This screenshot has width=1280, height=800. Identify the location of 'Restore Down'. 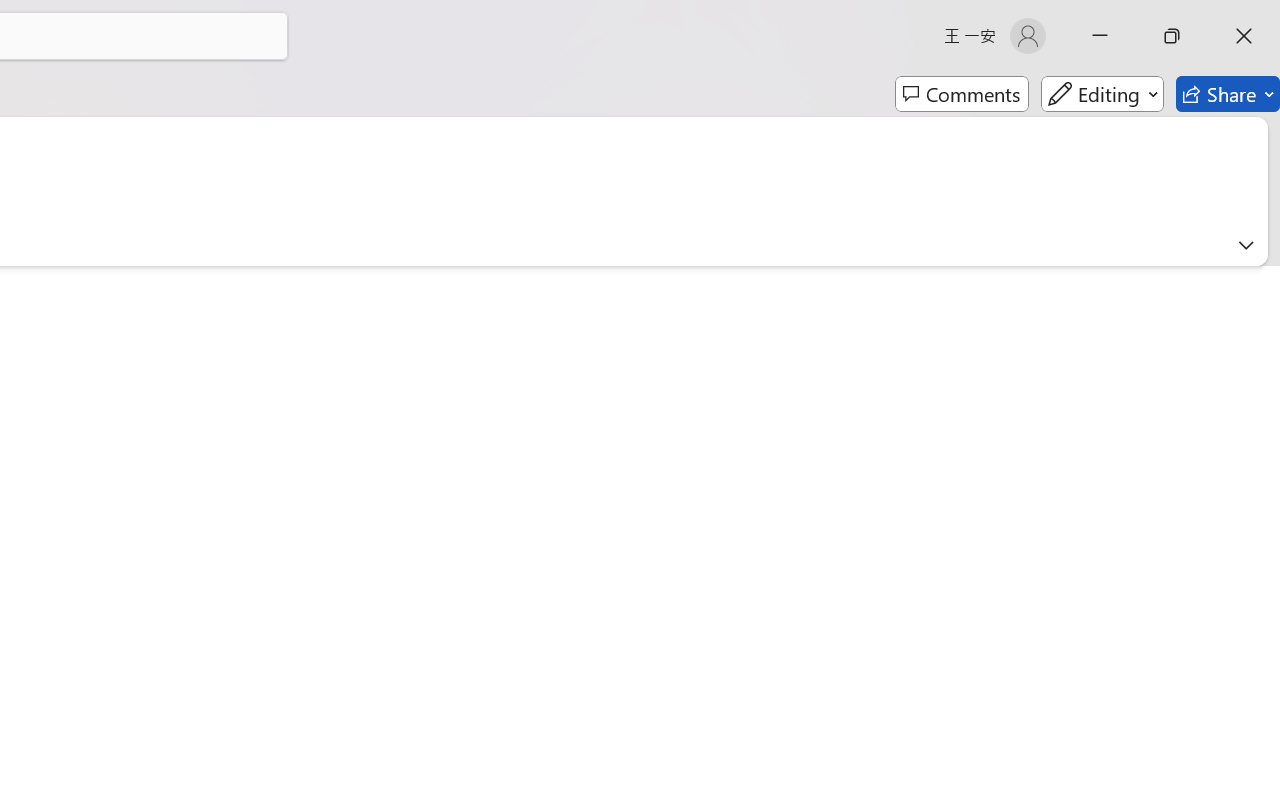
(1172, 35).